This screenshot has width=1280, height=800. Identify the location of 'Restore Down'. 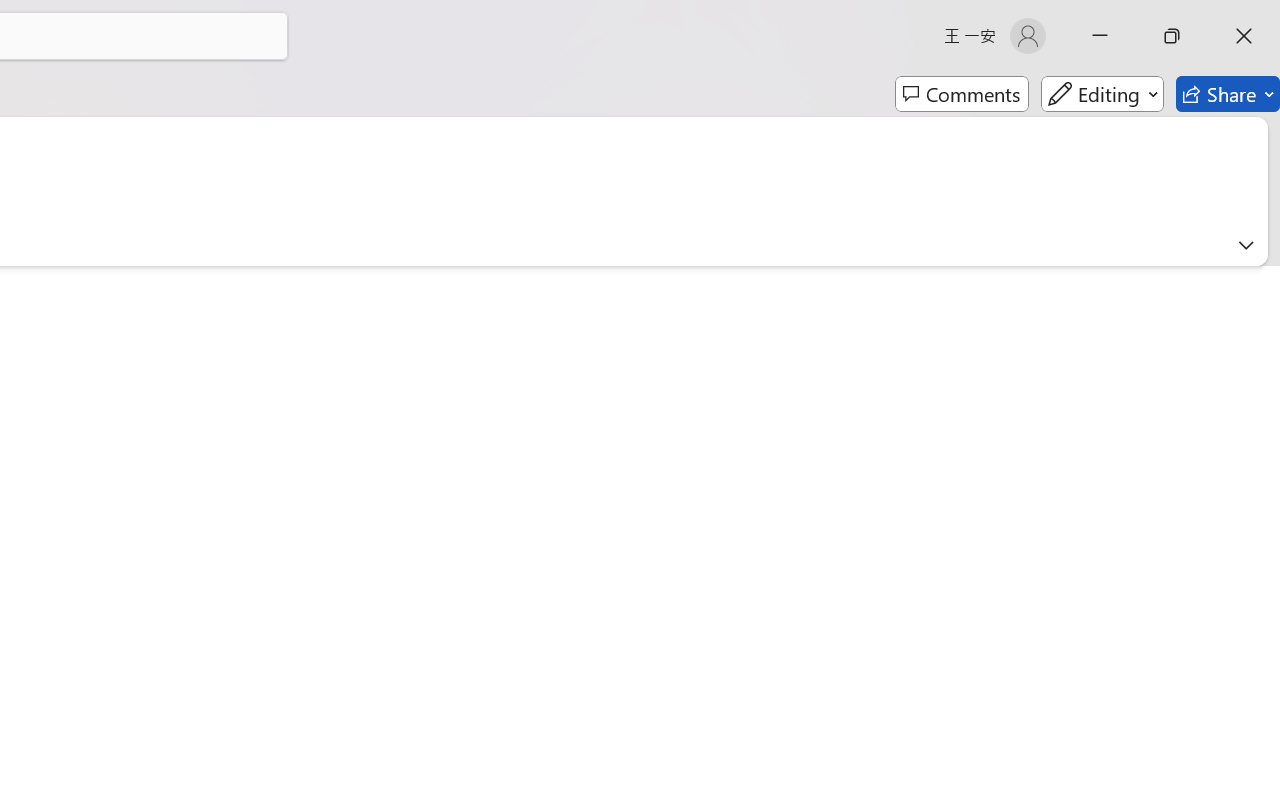
(1172, 35).